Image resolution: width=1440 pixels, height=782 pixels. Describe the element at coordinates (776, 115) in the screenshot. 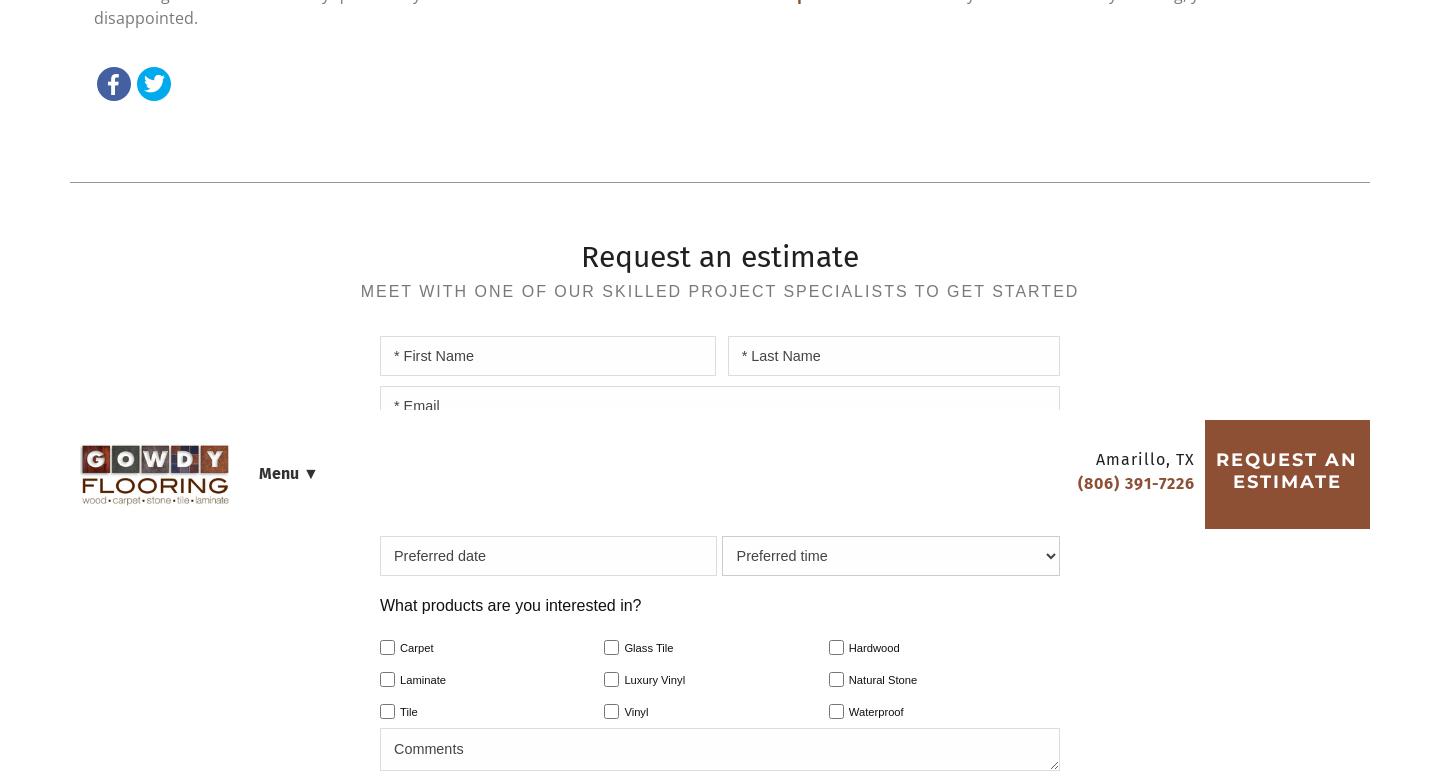

I see `'Services'` at that location.